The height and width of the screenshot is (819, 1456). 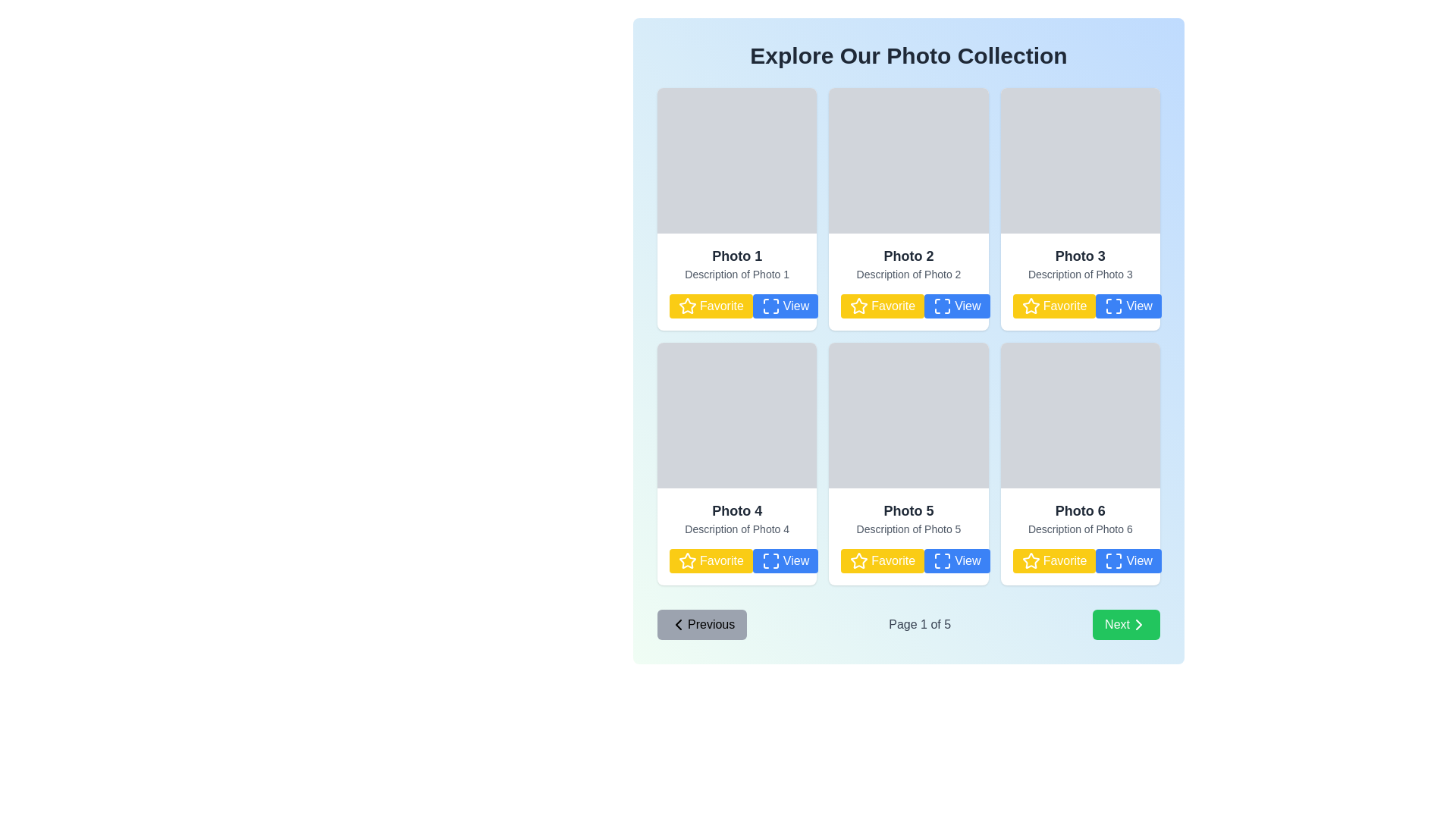 What do you see at coordinates (1079, 511) in the screenshot?
I see `the primary title text label located at the top of the bottom-right card in the 3x2 card grid, which is directly above the subtitle 'Description of Photo 6' and aligned with the action buttons 'Favorite' and 'View'` at bounding box center [1079, 511].